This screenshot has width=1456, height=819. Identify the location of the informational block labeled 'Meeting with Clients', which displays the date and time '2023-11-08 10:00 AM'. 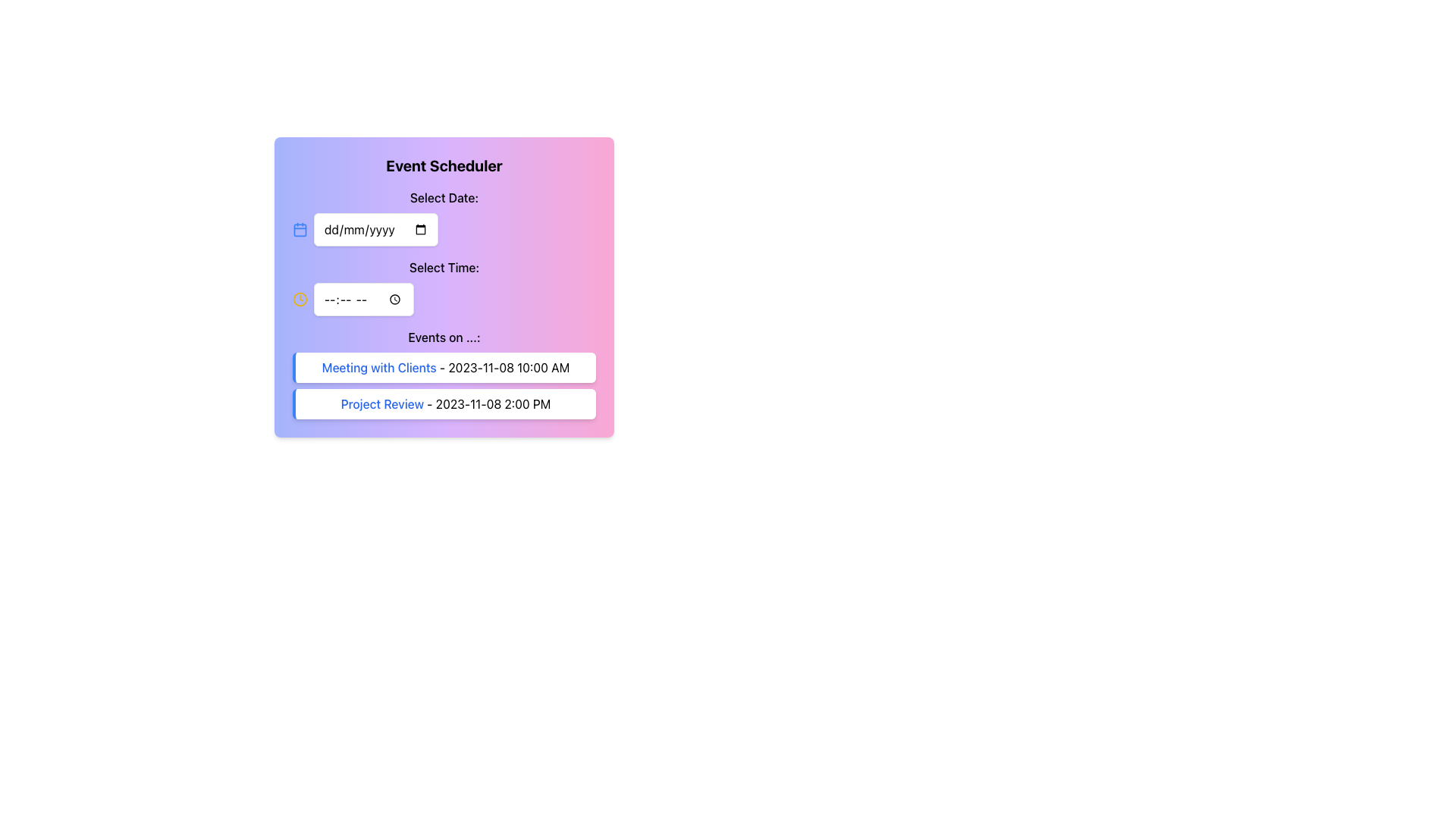
(443, 368).